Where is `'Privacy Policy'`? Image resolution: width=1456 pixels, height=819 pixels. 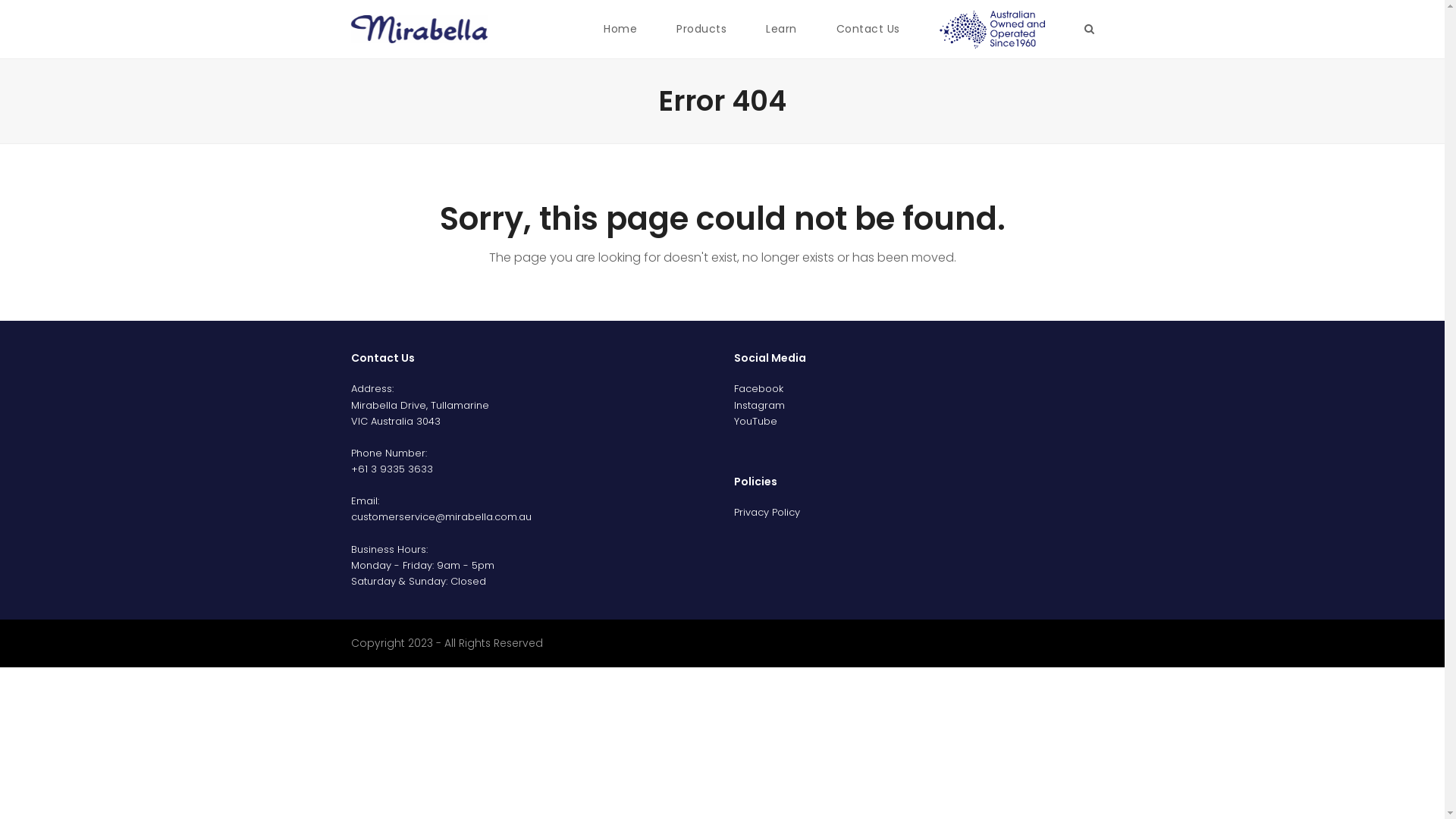 'Privacy Policy' is located at coordinates (767, 512).